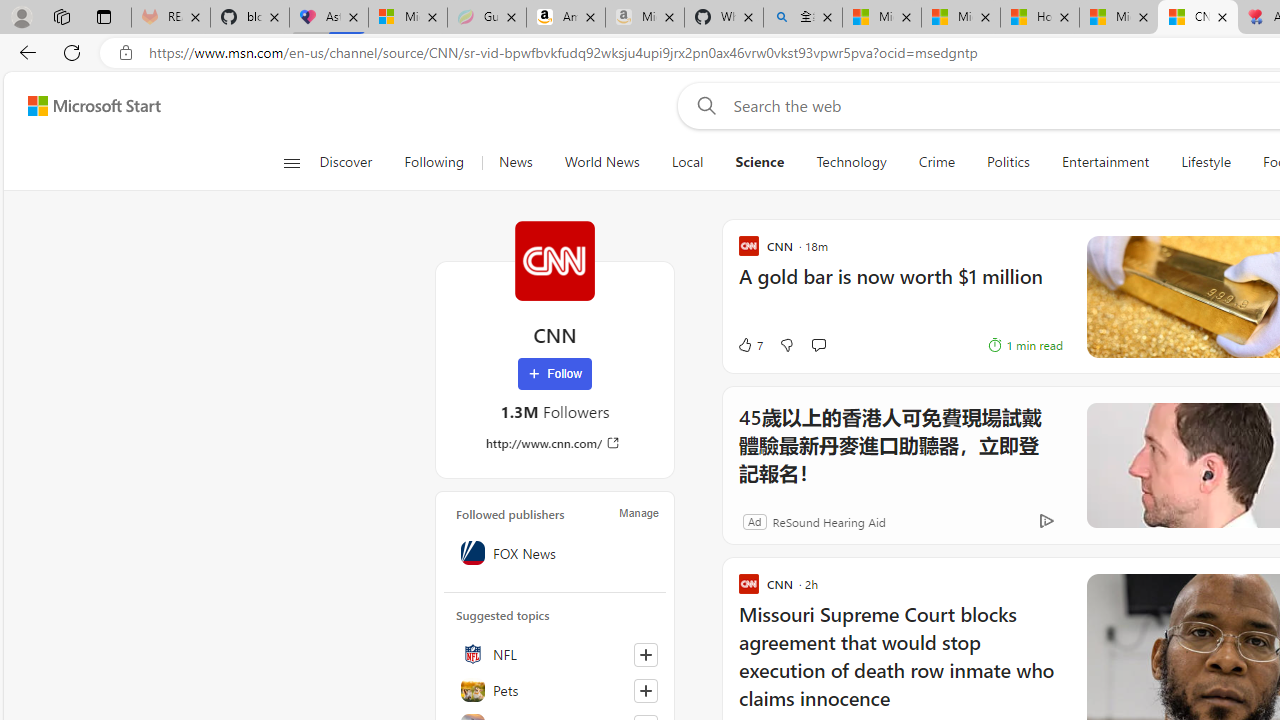 Image resolution: width=1280 pixels, height=720 pixels. Describe the element at coordinates (1040, 17) in the screenshot. I see `'How I Got Rid of Microsoft Edge'` at that location.